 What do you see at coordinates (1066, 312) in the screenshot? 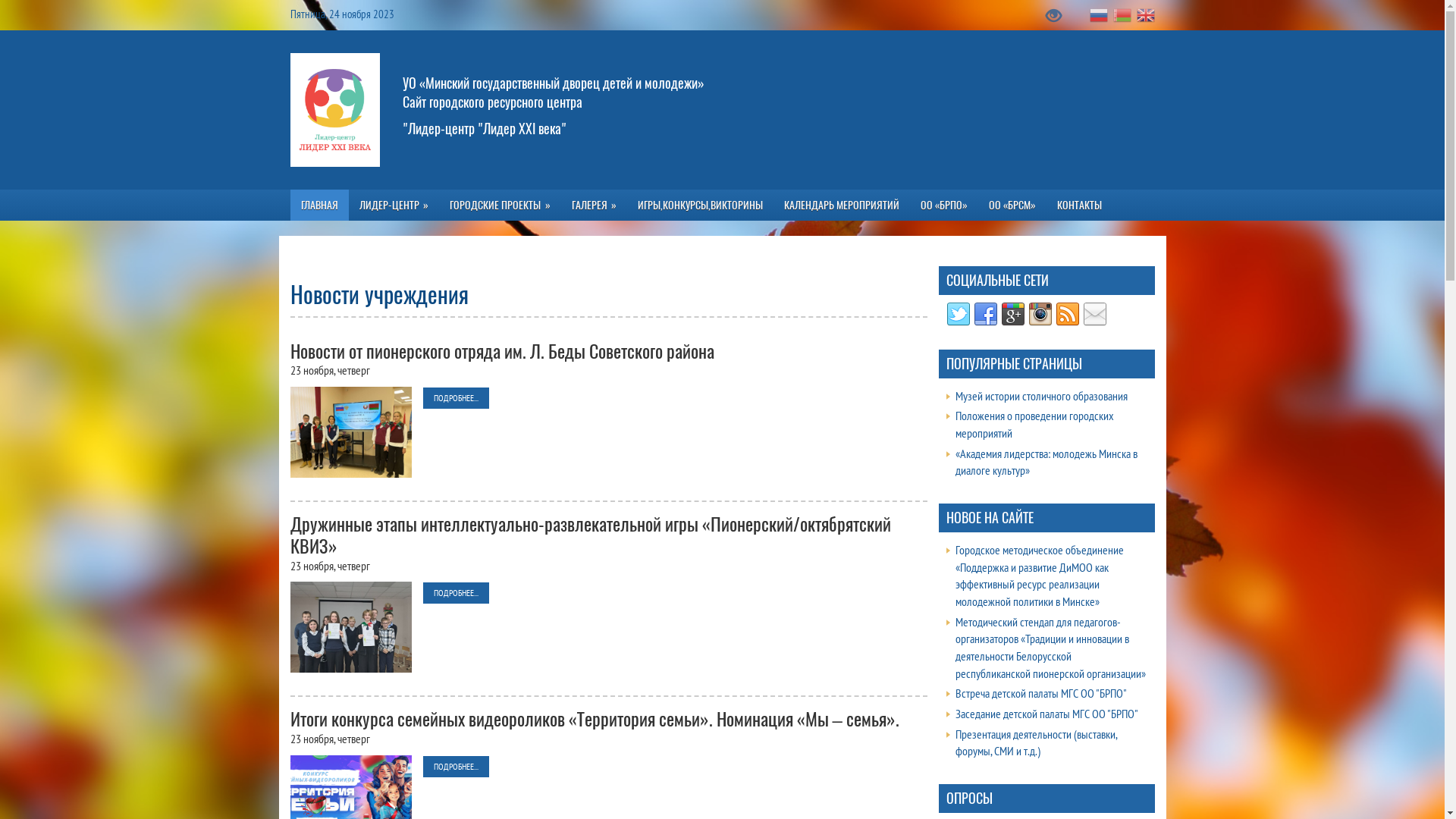
I see `'RSS Feed'` at bounding box center [1066, 312].